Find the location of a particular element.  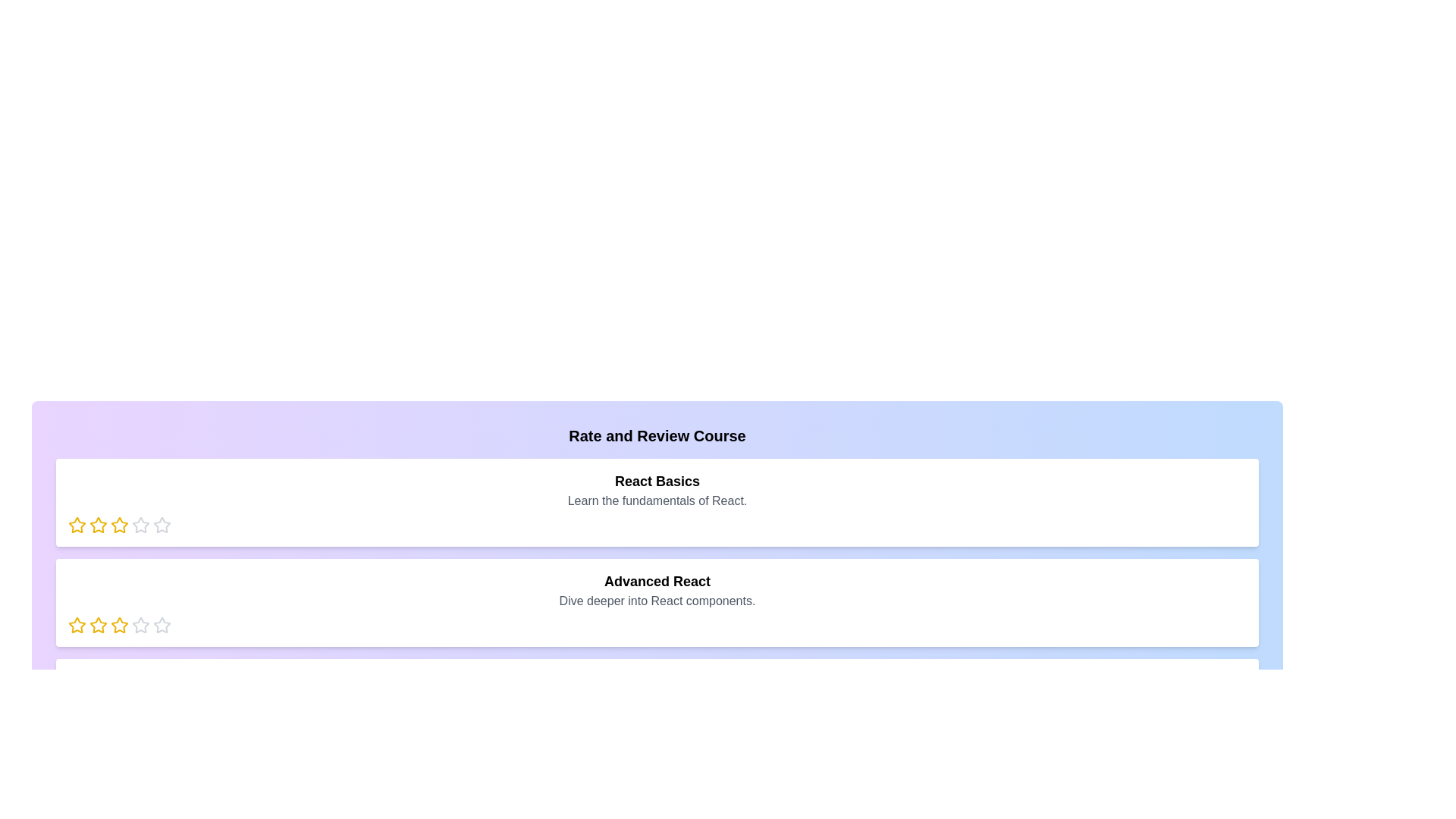

the fourth star icon in the horizontally aligned group of eight stars, located under the 'React Basics' section is located at coordinates (119, 525).